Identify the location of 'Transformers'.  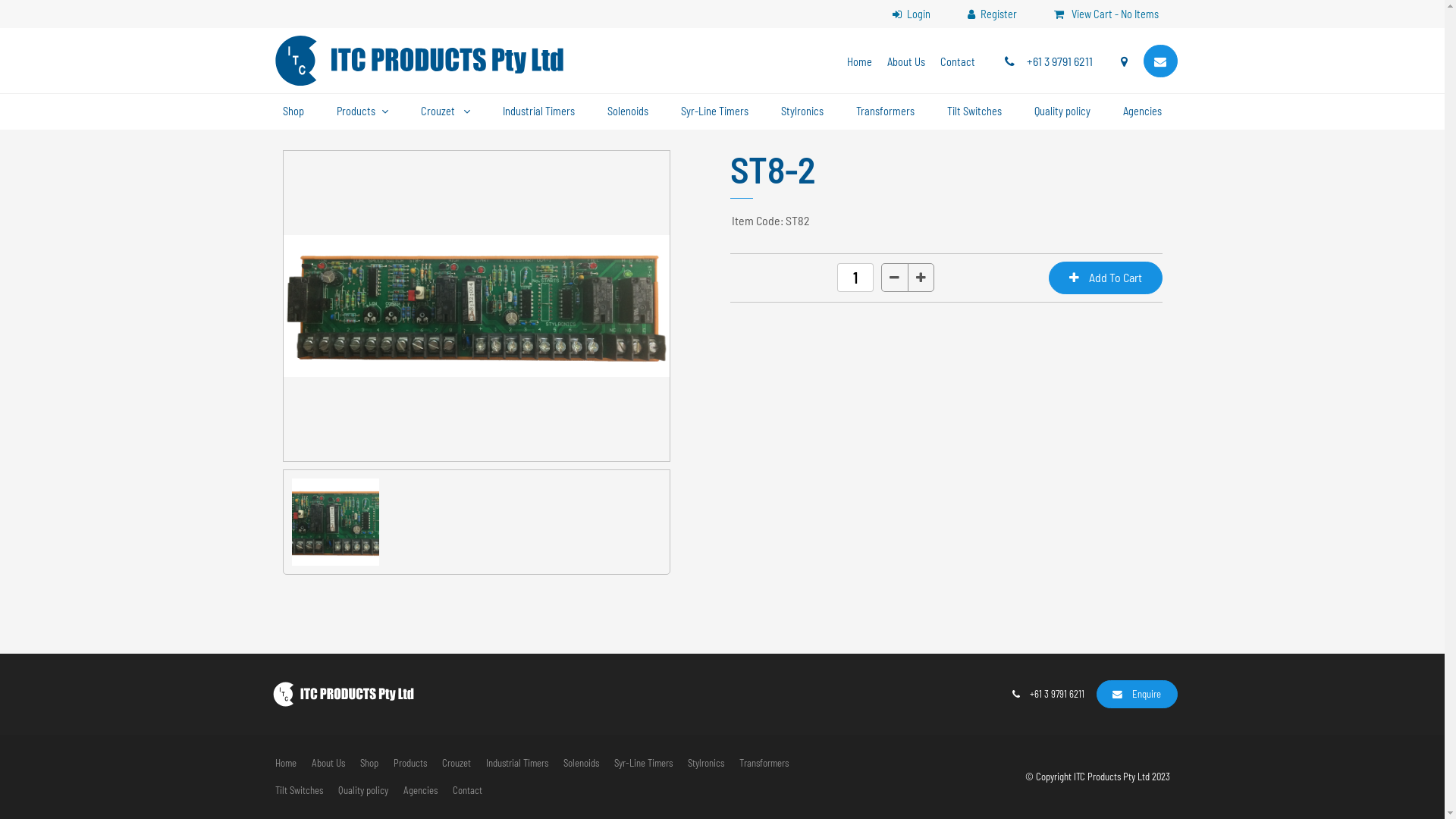
(885, 111).